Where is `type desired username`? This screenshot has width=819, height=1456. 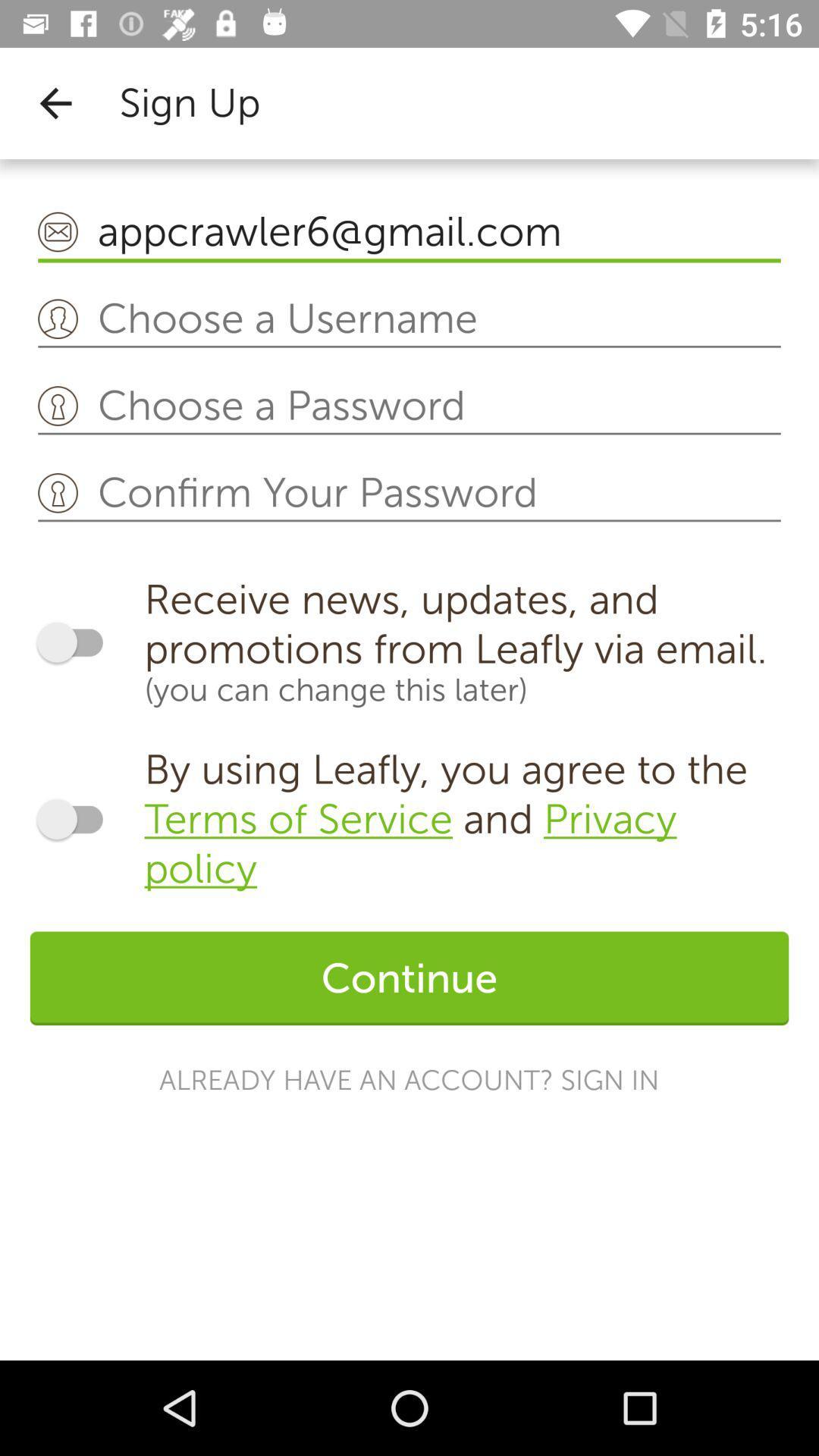 type desired username is located at coordinates (409, 318).